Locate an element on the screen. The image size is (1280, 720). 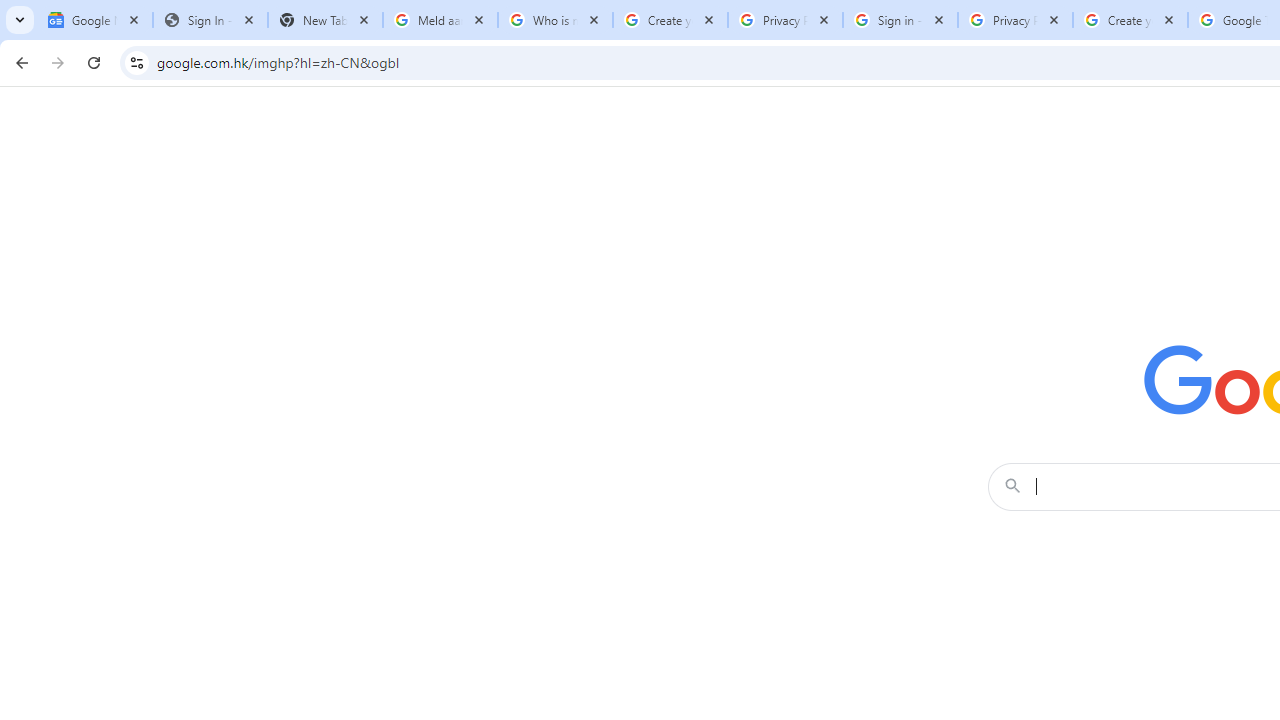
'Sign In - USA TODAY' is located at coordinates (209, 20).